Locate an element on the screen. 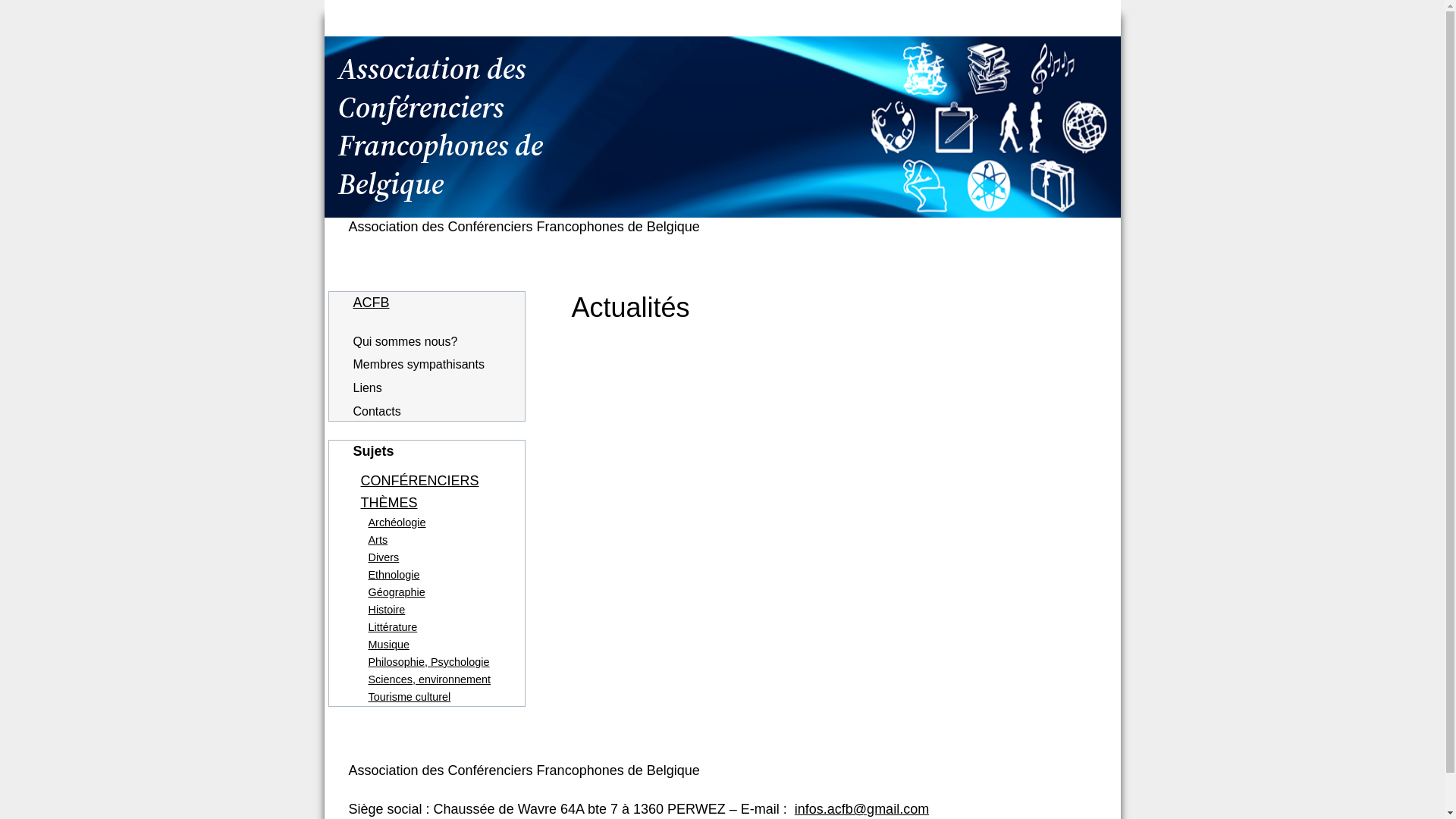  'Ethnologie' is located at coordinates (394, 575).